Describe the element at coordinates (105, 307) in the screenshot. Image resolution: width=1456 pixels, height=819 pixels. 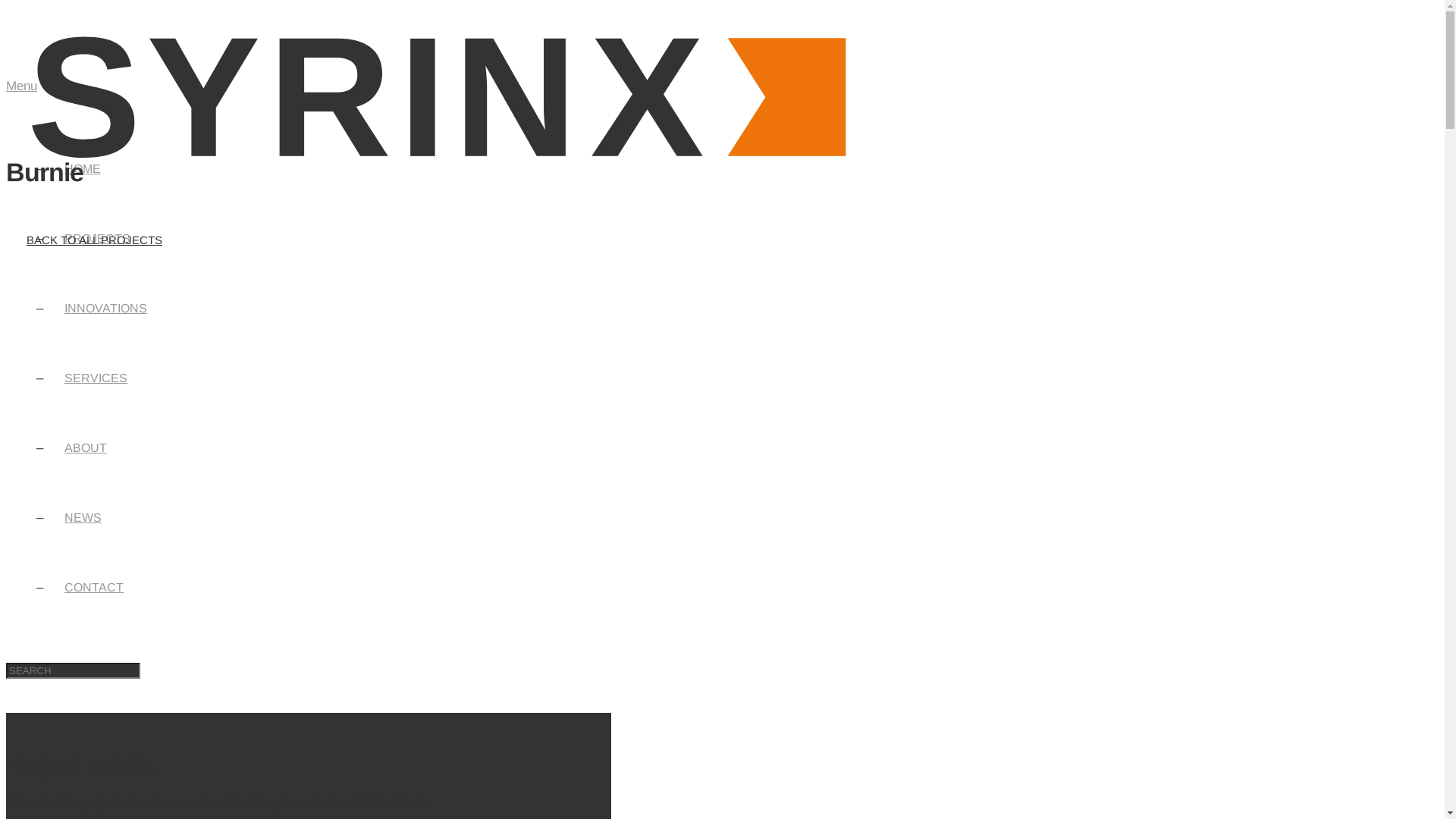
I see `'INNOVATIONS'` at that location.